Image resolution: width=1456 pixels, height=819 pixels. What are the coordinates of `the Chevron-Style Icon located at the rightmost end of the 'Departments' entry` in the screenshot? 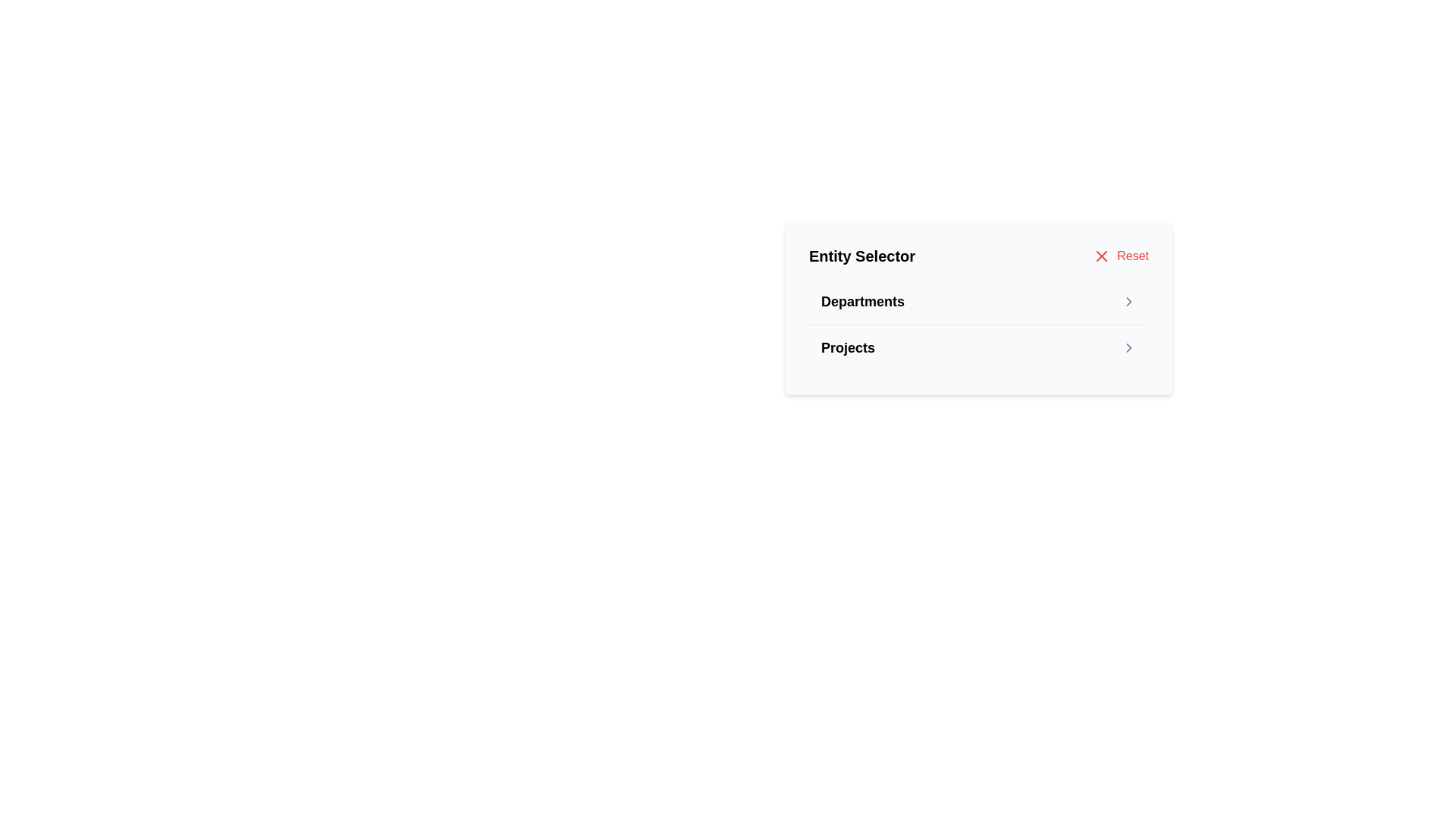 It's located at (1128, 301).